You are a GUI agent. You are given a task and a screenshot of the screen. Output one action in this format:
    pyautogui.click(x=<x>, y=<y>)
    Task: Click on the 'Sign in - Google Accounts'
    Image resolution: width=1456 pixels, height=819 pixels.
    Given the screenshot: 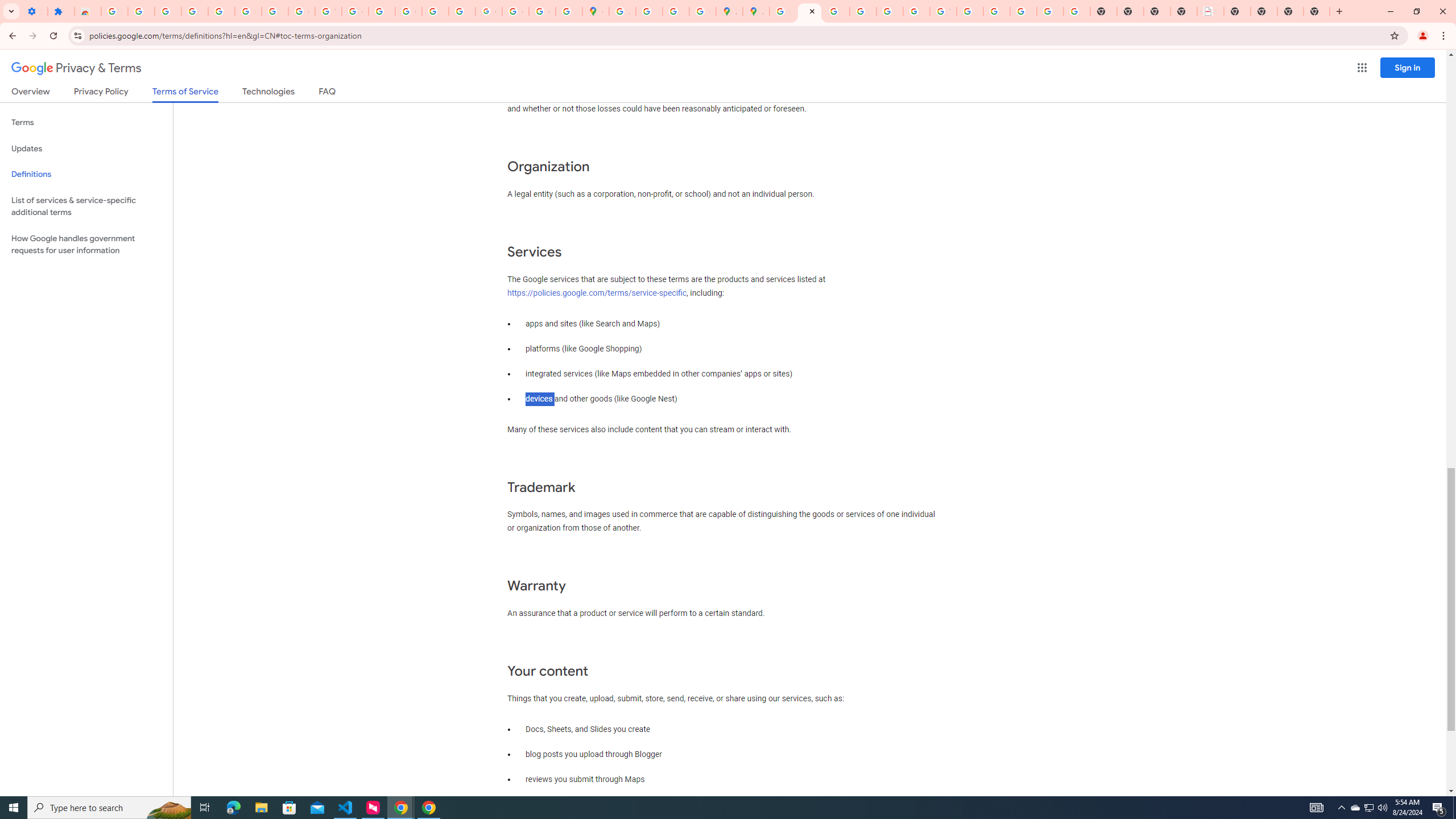 What is the action you would take?
    pyautogui.click(x=248, y=11)
    